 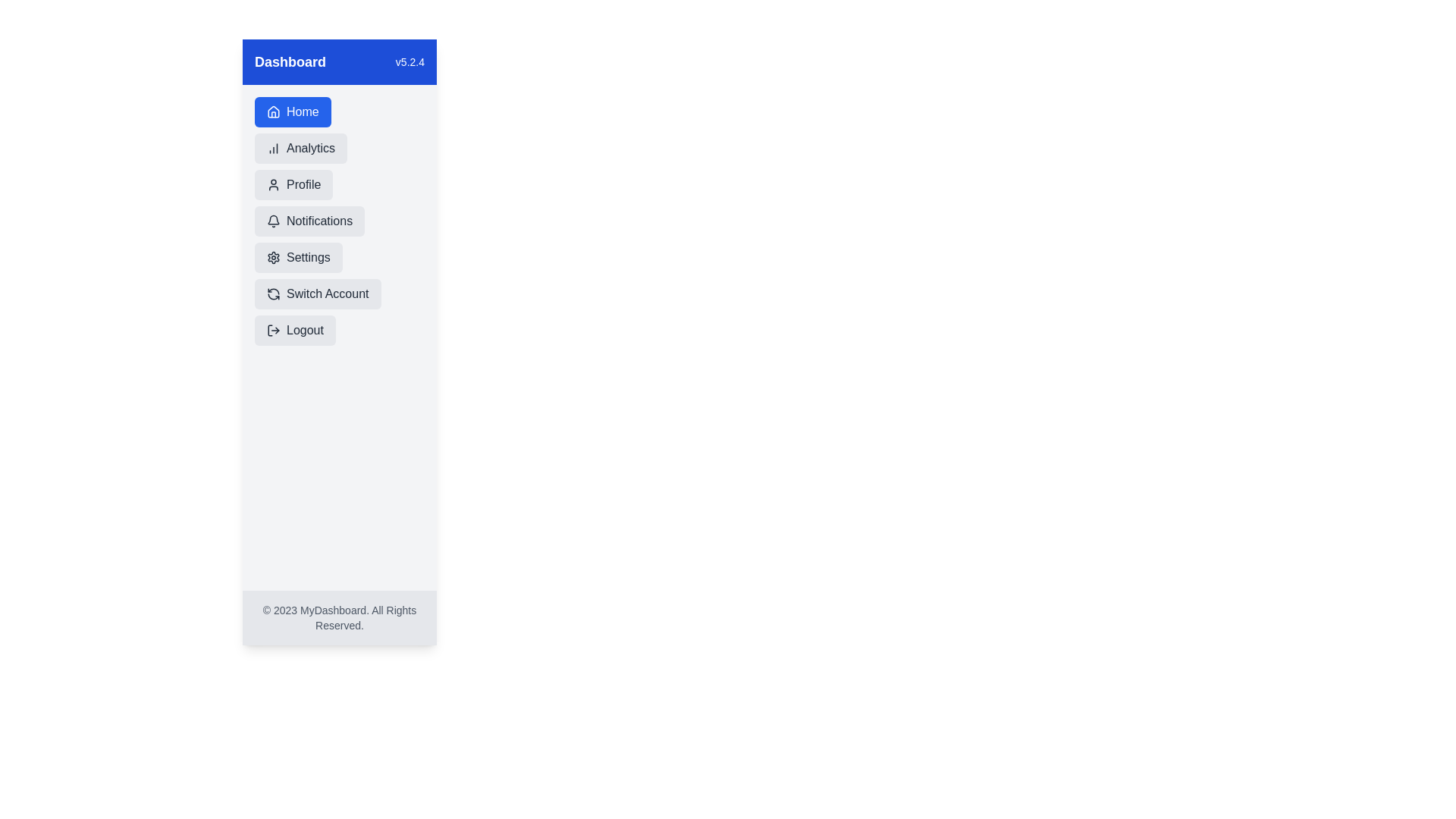 I want to click on the house-shaped icon within the 'Home' button in the vertical navigation menu, so click(x=273, y=111).